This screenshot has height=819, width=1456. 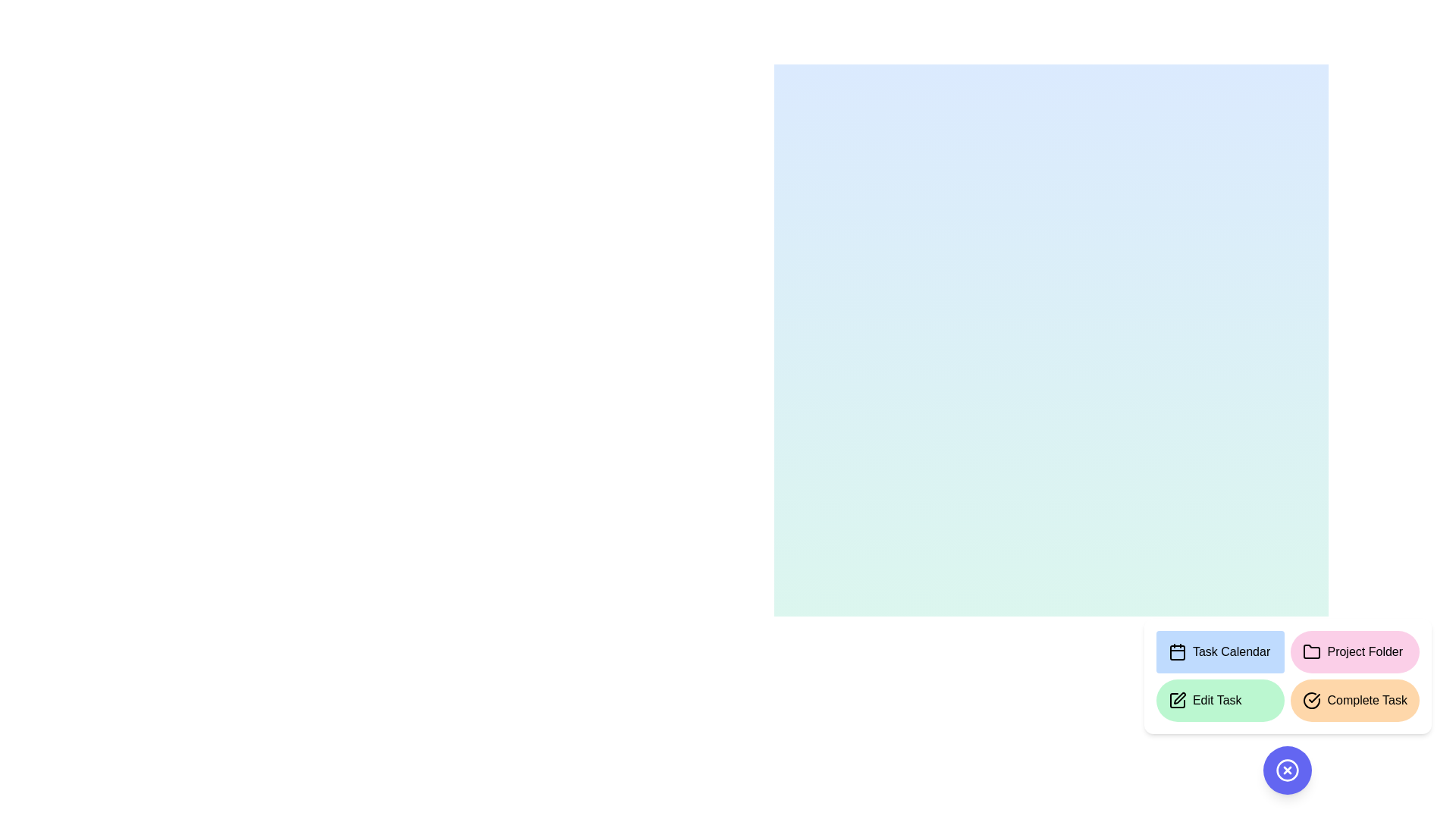 I want to click on the 'Project Folder' button located in the top-right corner of the grid layout, so click(x=1355, y=651).